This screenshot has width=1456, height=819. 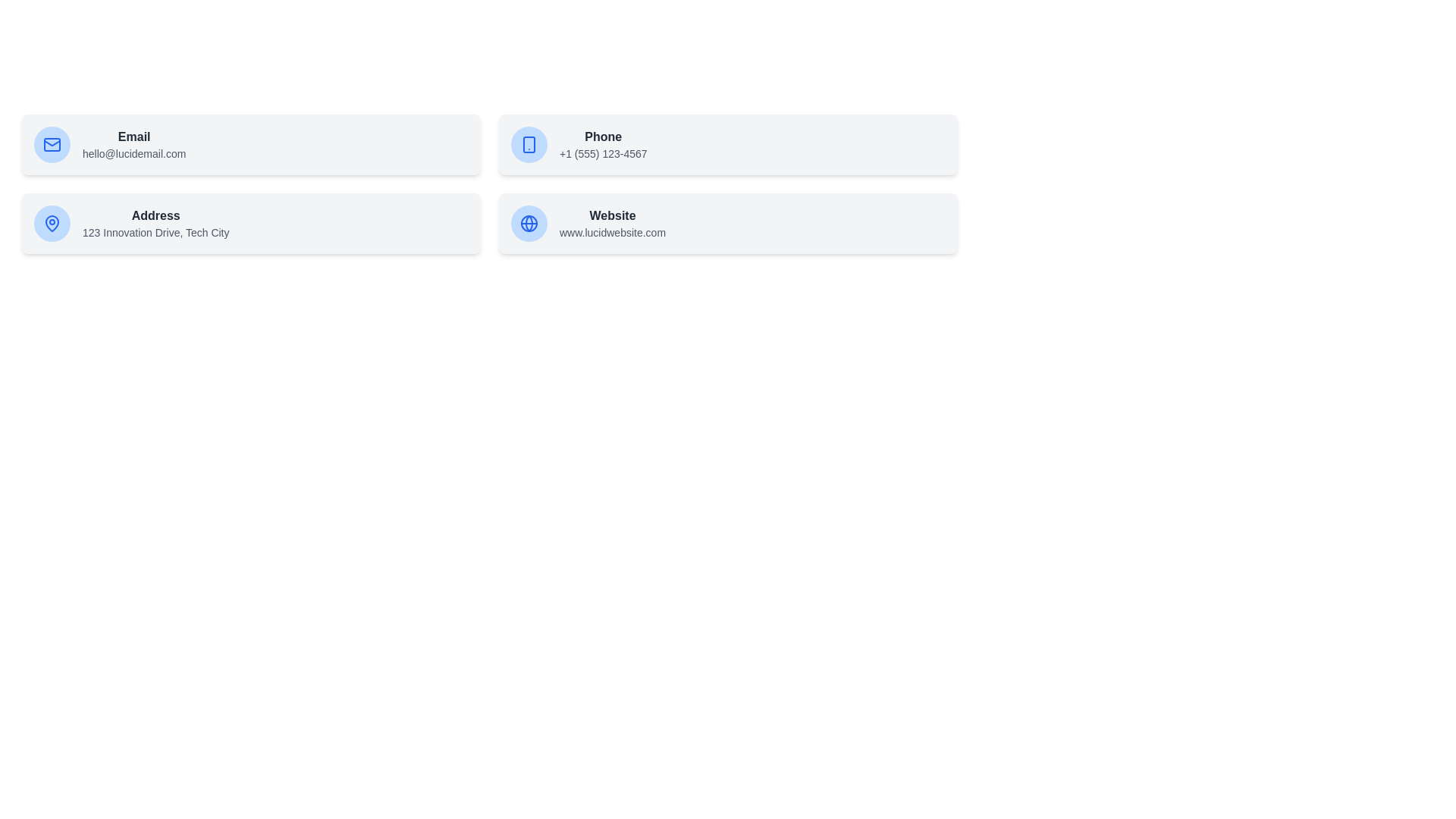 I want to click on the location of the blue pin icon, which is positioned to the left of the 'Address' section text, so click(x=52, y=222).